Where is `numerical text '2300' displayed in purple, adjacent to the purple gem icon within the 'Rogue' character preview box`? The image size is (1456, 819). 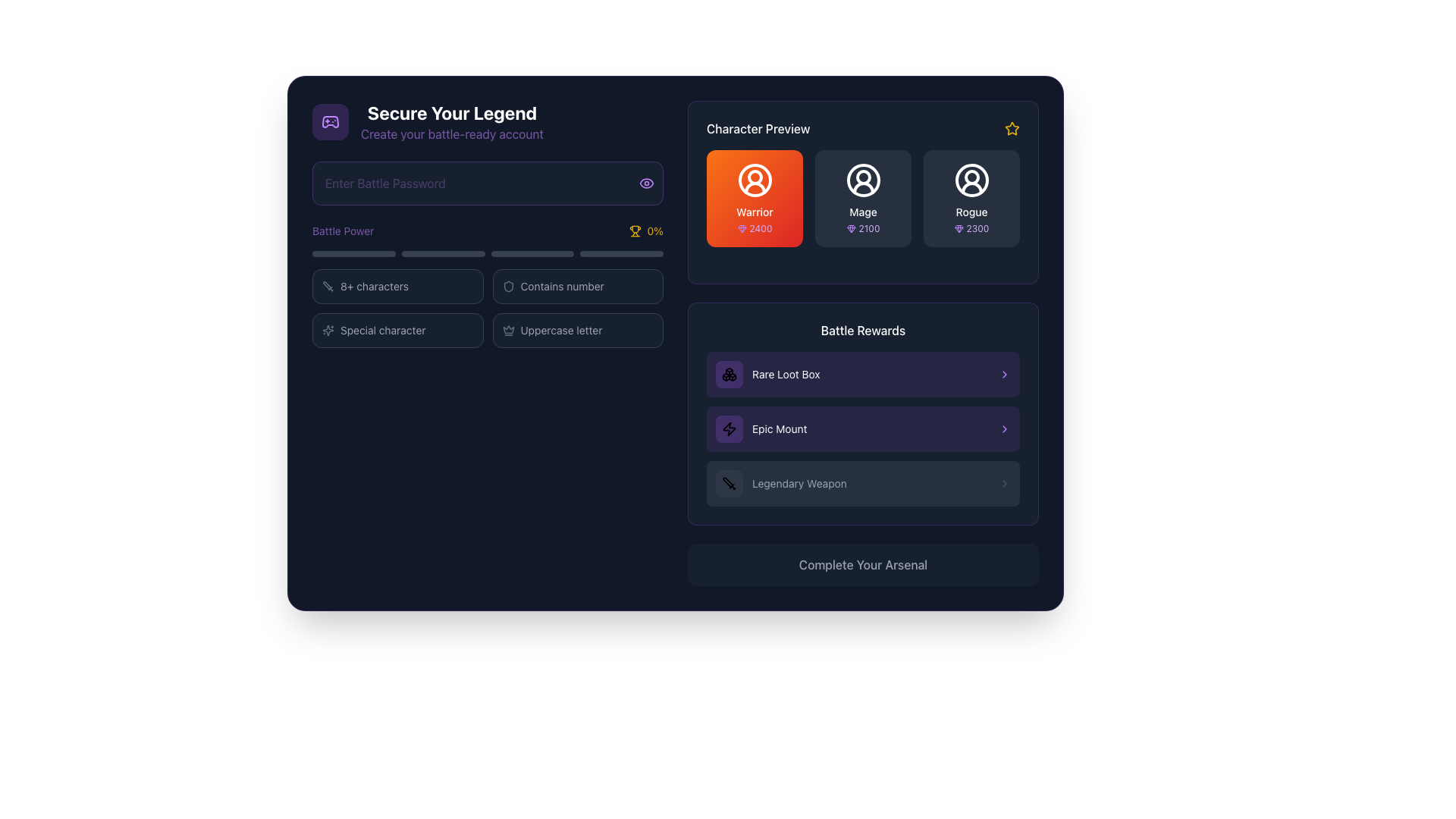 numerical text '2300' displayed in purple, adjacent to the purple gem icon within the 'Rogue' character preview box is located at coordinates (971, 228).